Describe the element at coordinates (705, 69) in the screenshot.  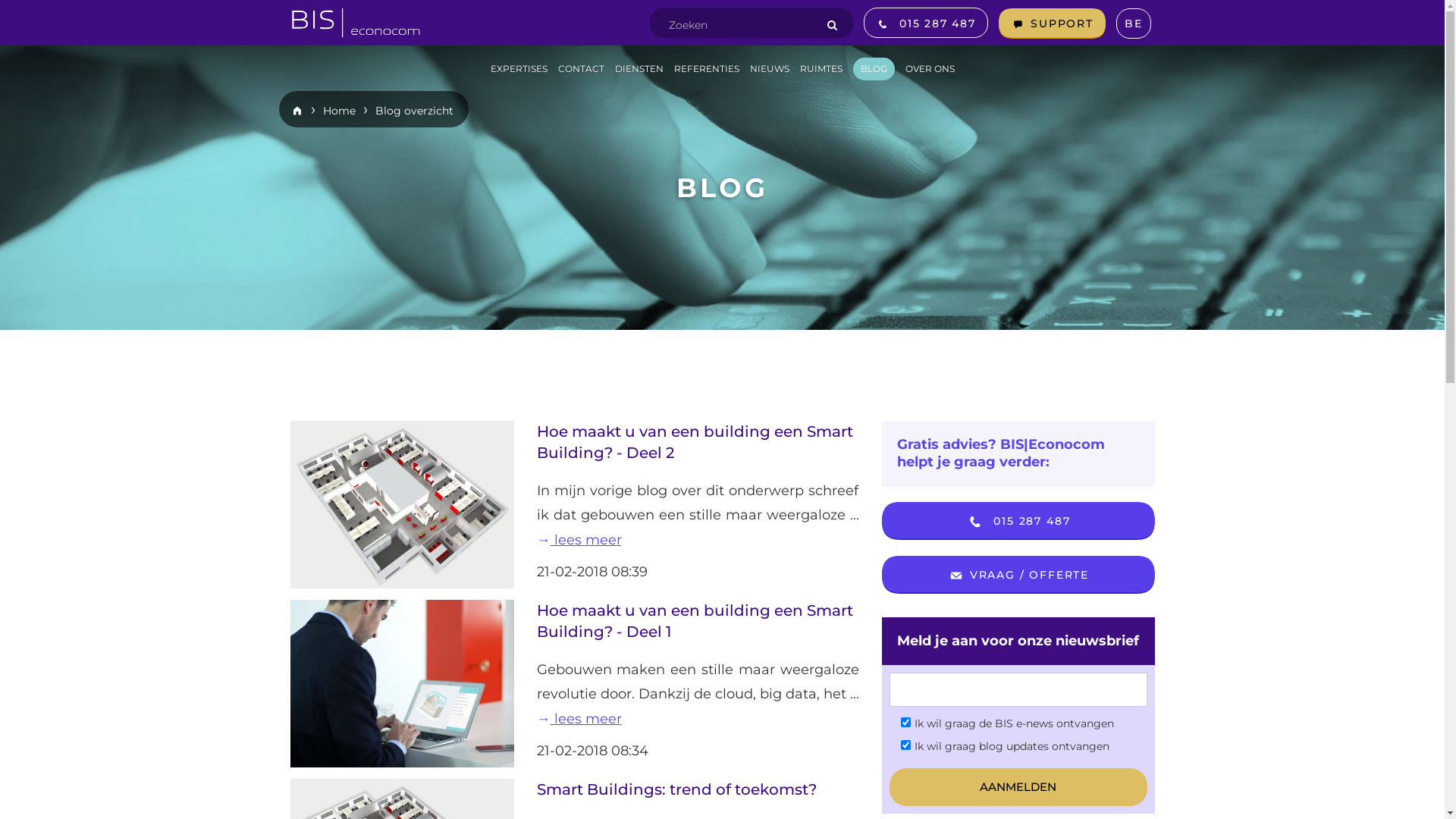
I see `'REFERENTIES'` at that location.